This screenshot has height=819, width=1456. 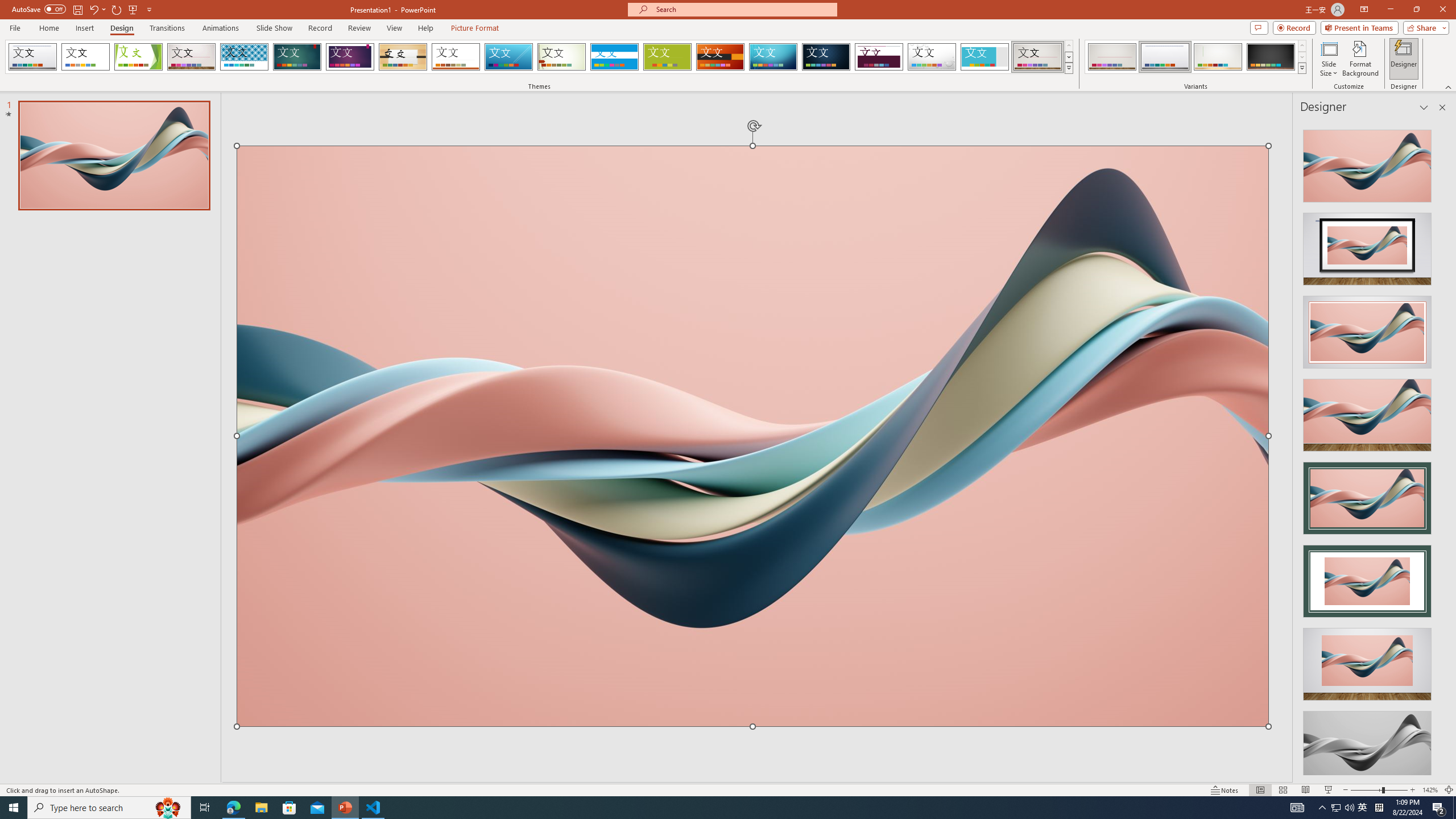 I want to click on 'Organic', so click(x=403, y=56).